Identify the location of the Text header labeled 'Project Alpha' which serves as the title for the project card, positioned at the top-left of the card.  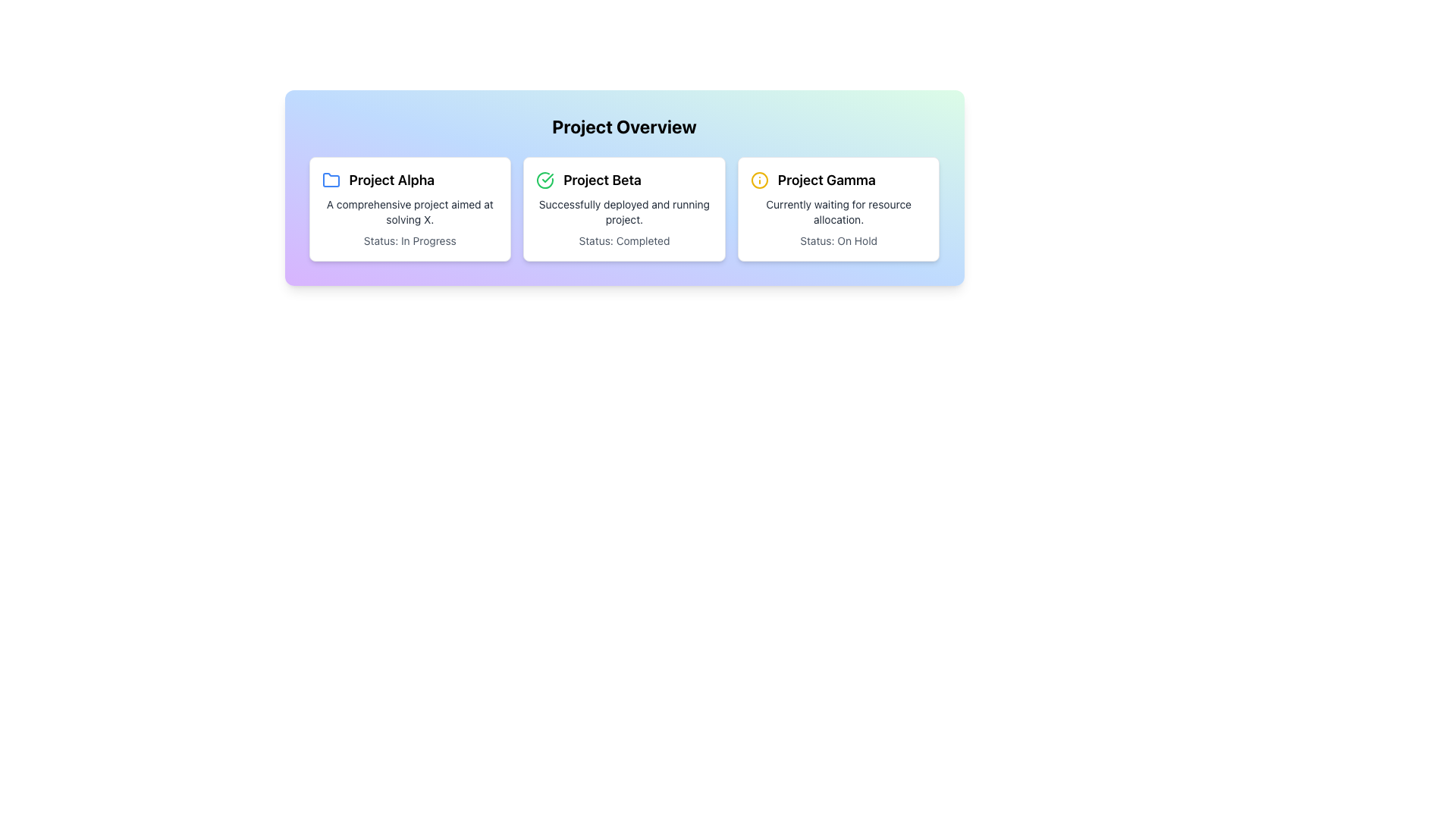
(409, 180).